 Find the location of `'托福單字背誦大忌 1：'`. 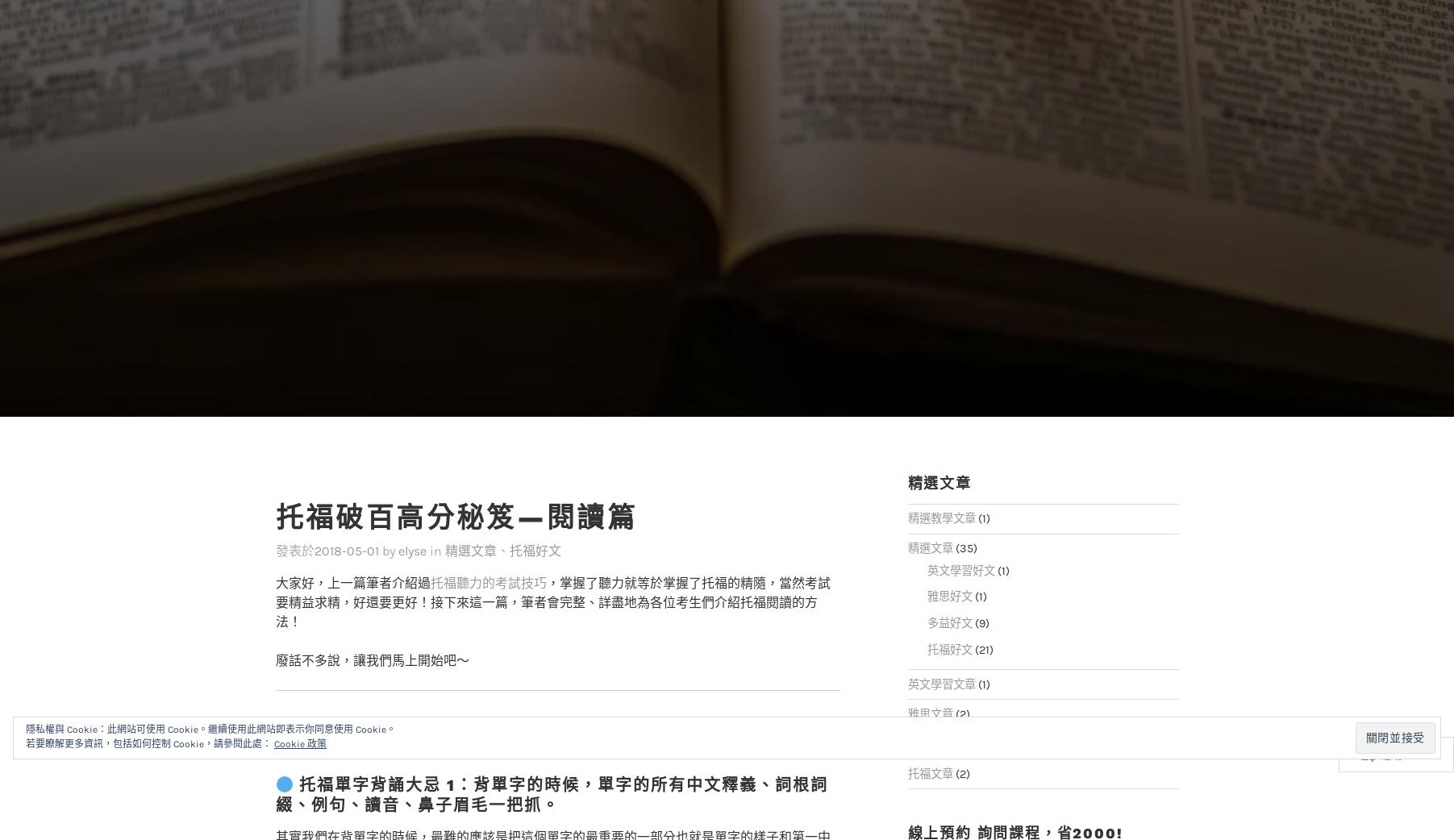

'托福單字背誦大忌 1：' is located at coordinates (383, 752).